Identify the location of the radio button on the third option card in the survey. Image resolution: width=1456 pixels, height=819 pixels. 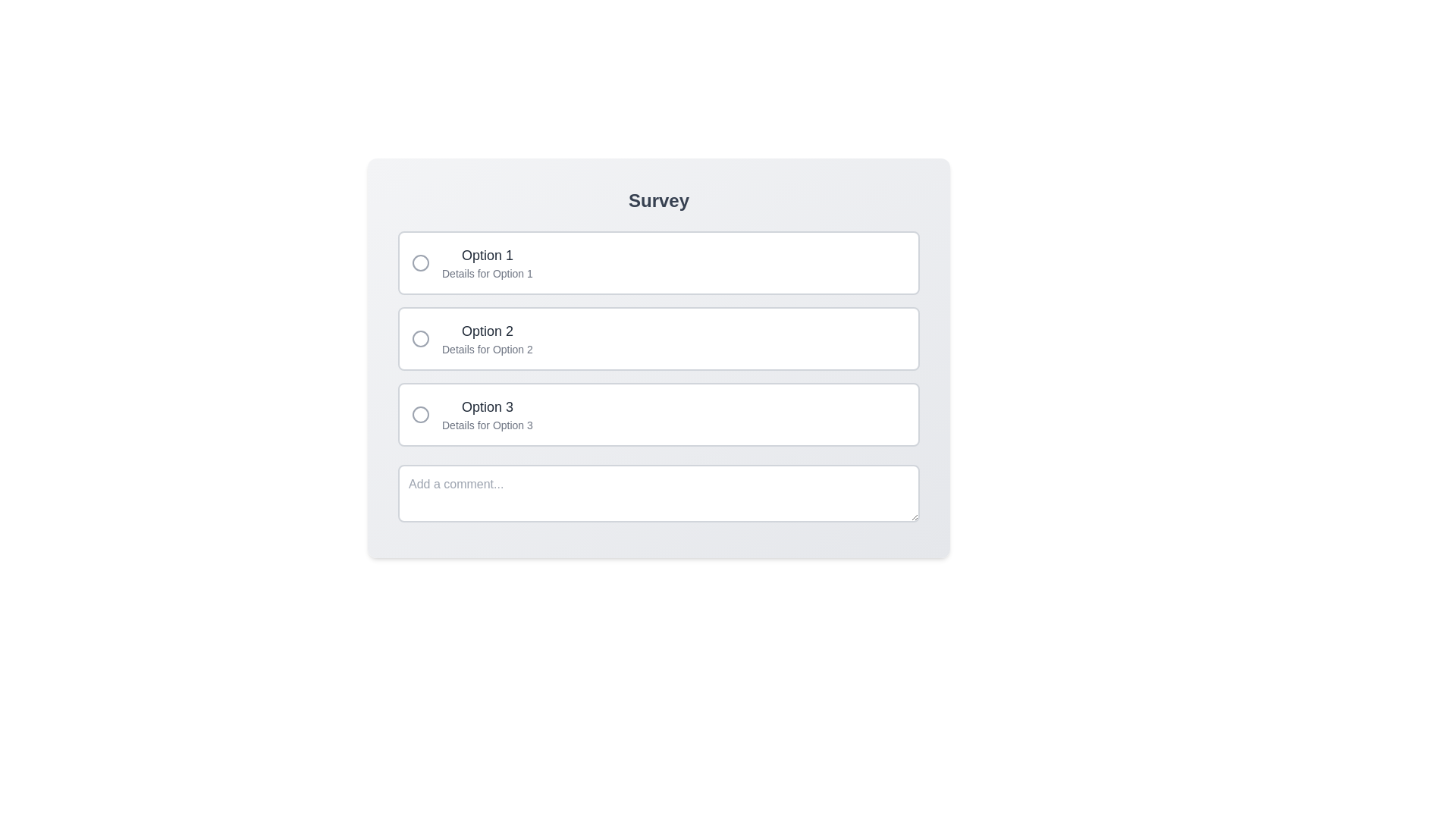
(658, 415).